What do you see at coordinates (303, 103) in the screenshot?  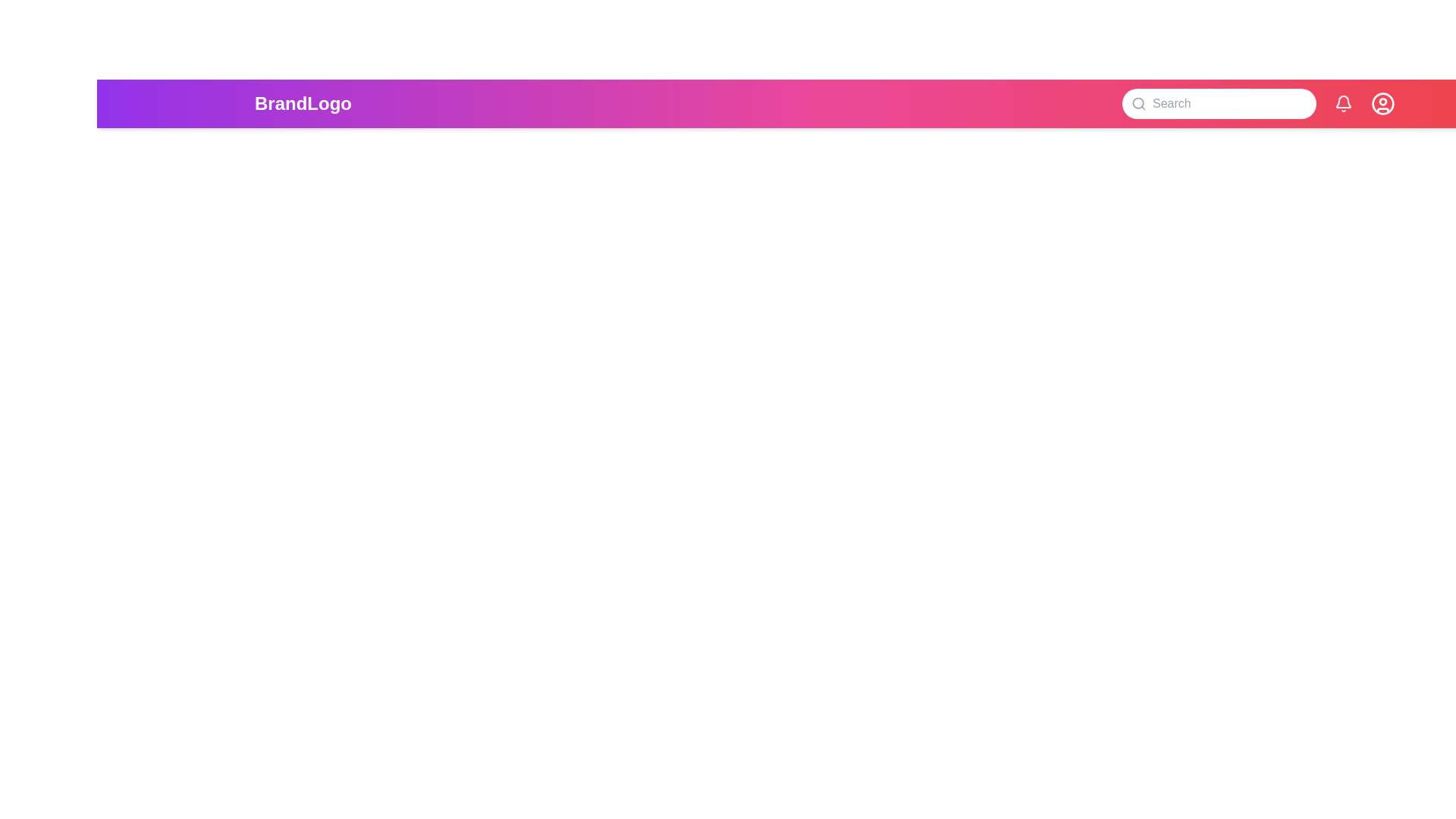 I see `the 'BrandLogo' text label in the top-left corner of the header section to redirect to the homepage` at bounding box center [303, 103].